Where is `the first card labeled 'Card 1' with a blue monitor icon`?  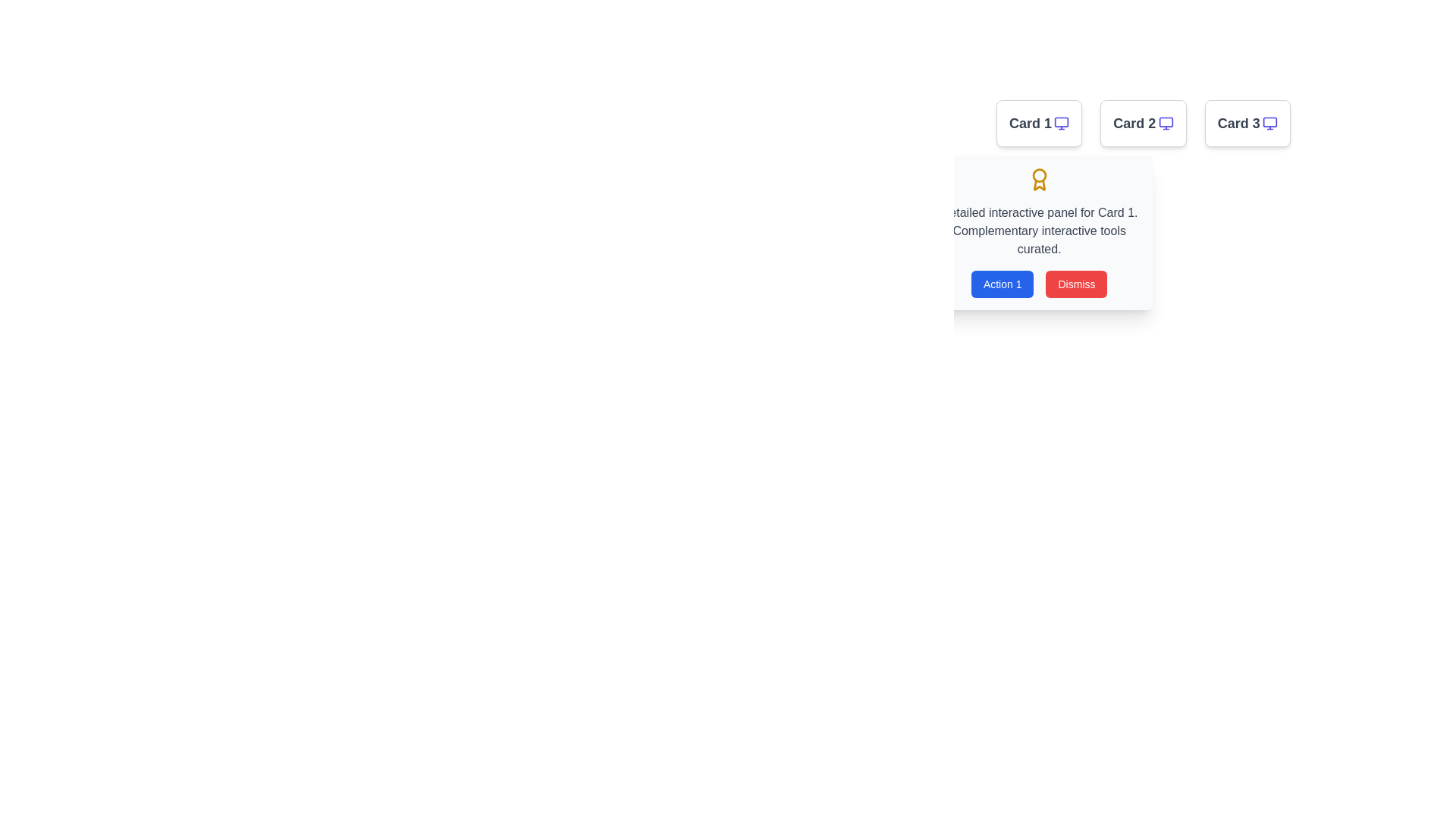 the first card labeled 'Card 1' with a blue monitor icon is located at coordinates (1038, 122).